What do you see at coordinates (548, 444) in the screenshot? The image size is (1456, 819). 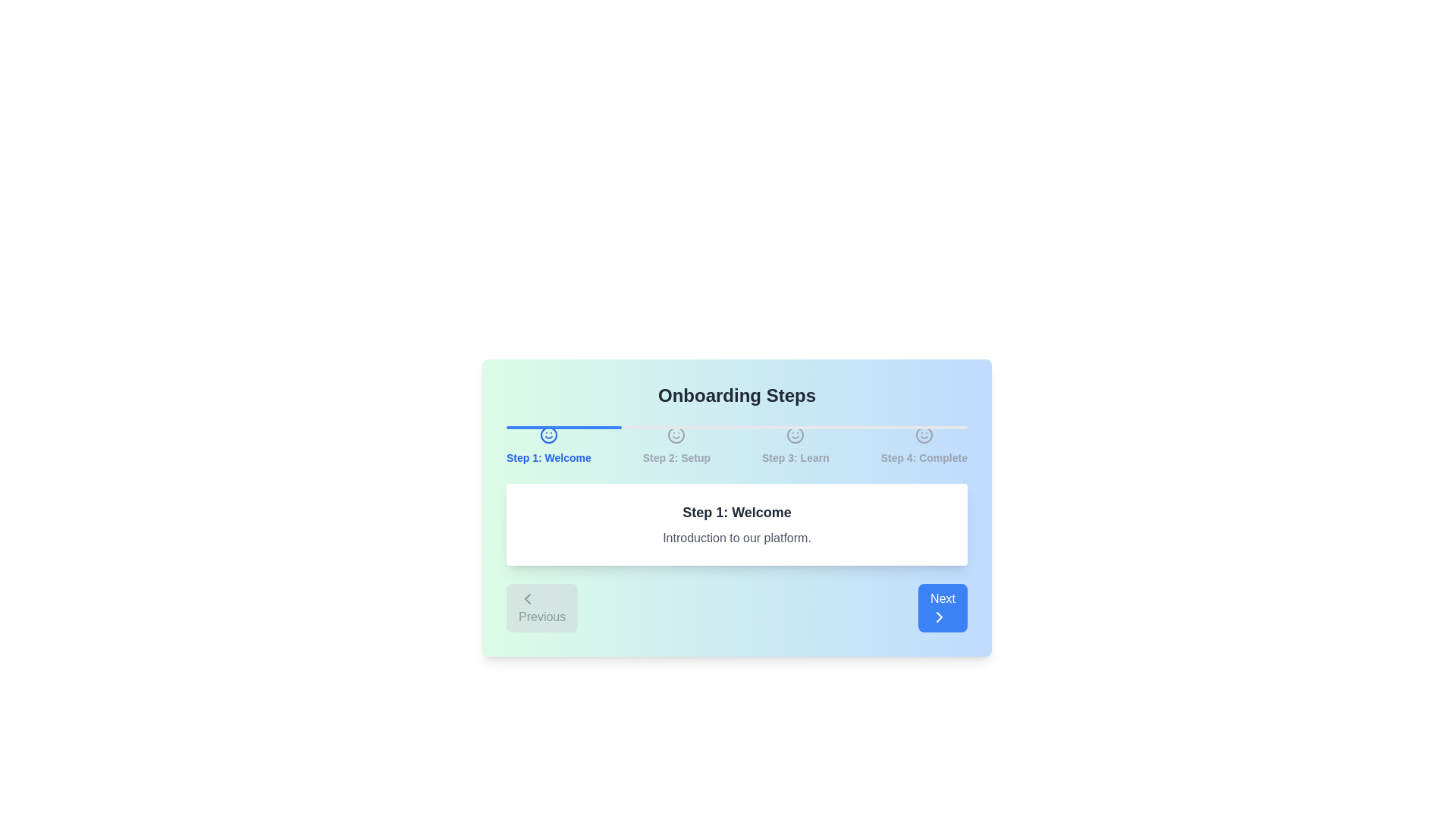 I see `information displayed in the first step of the onboarding process, titled 'Welcome', which is represented by the Progress Indicator with Icon and Text located on the far left of the row` at bounding box center [548, 444].